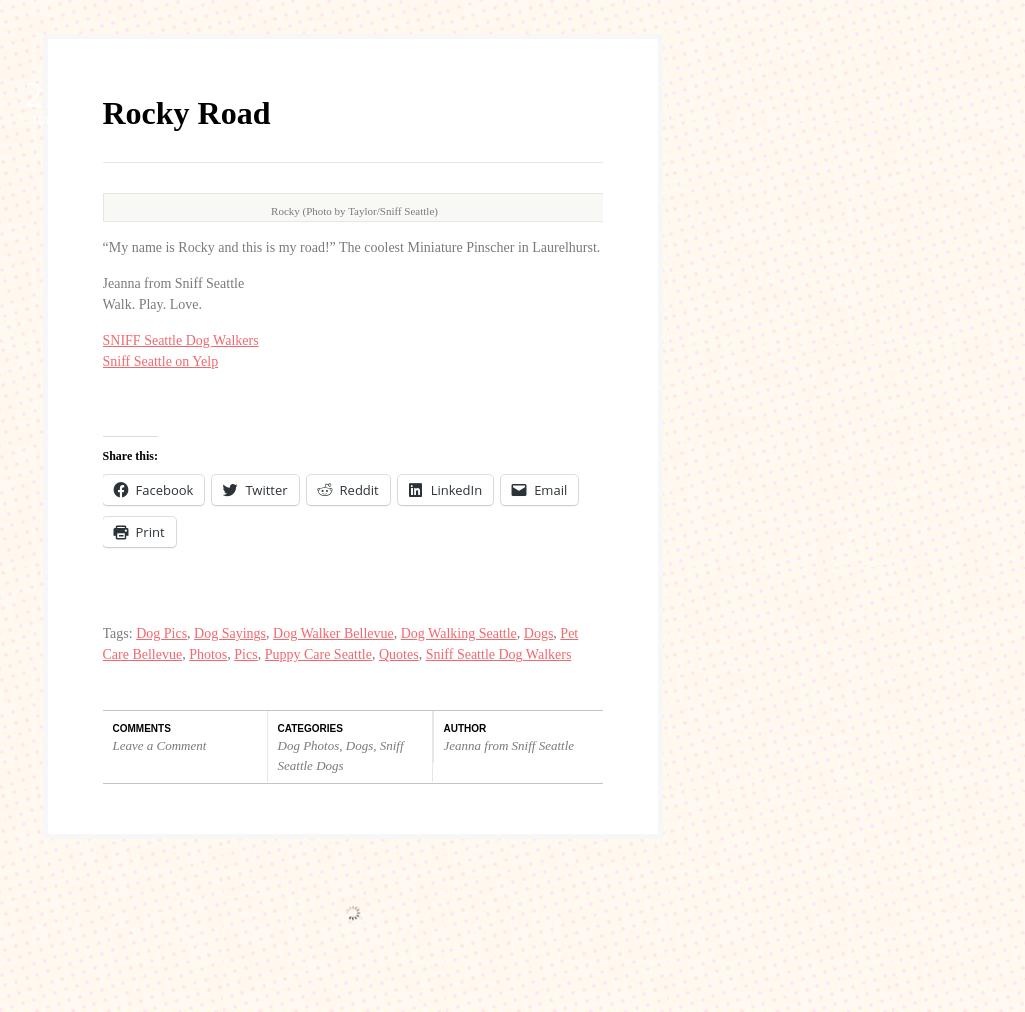 This screenshot has height=1012, width=1025. What do you see at coordinates (455, 113) in the screenshot?
I see `'LinkedIn'` at bounding box center [455, 113].